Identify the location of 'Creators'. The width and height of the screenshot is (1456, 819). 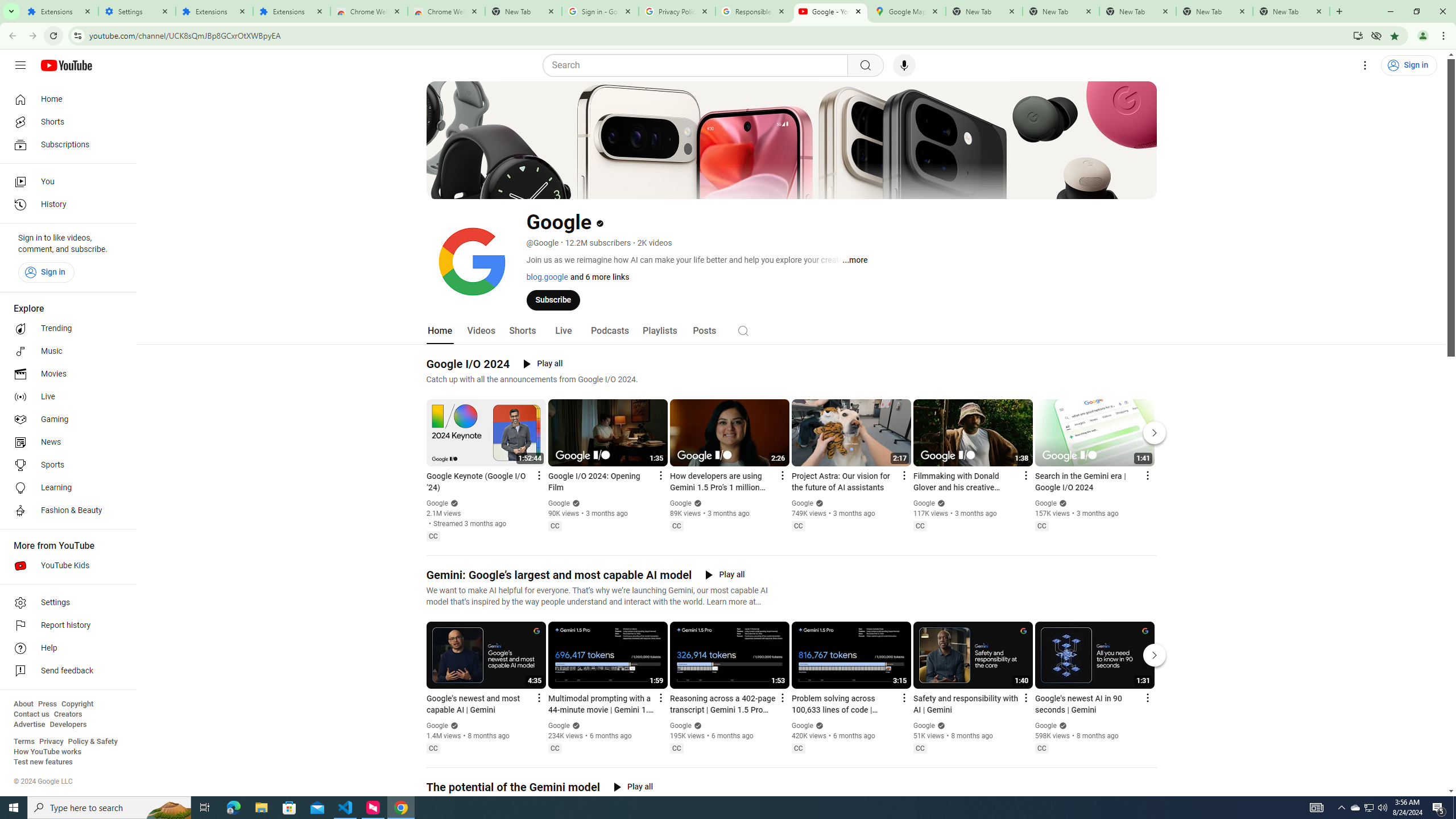
(68, 714).